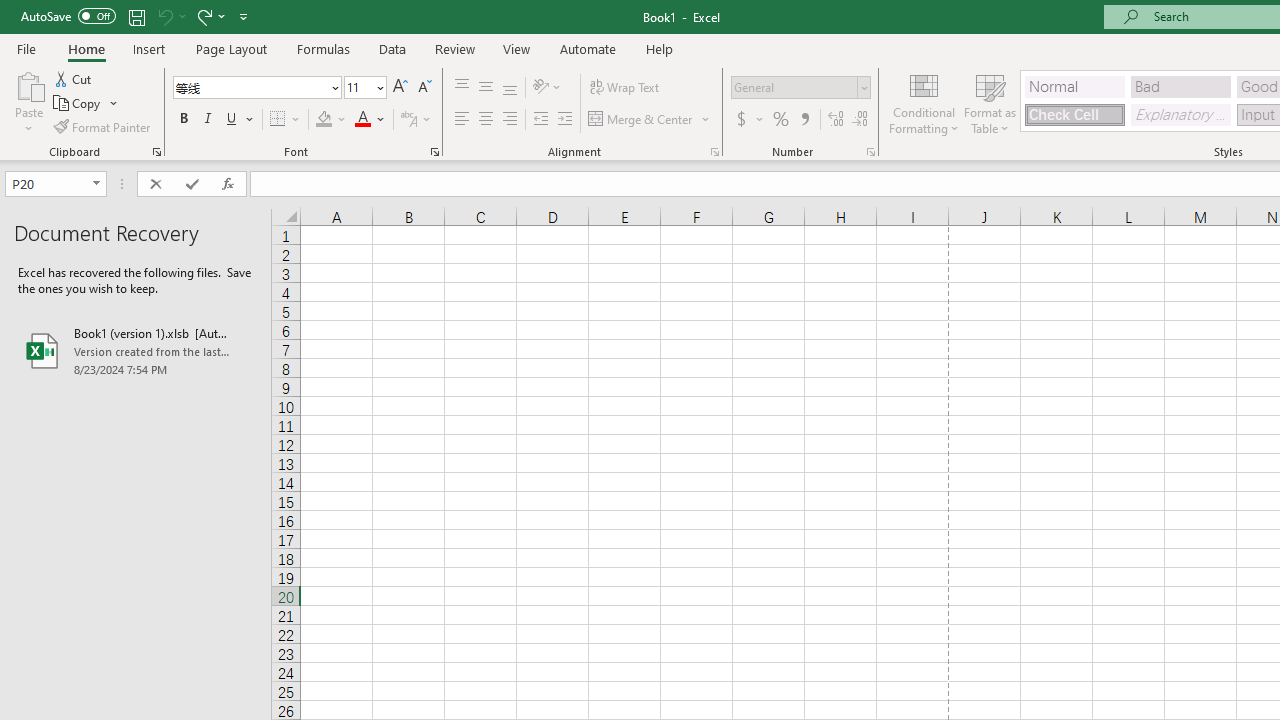  Describe the element at coordinates (285, 119) in the screenshot. I see `'Borders'` at that location.